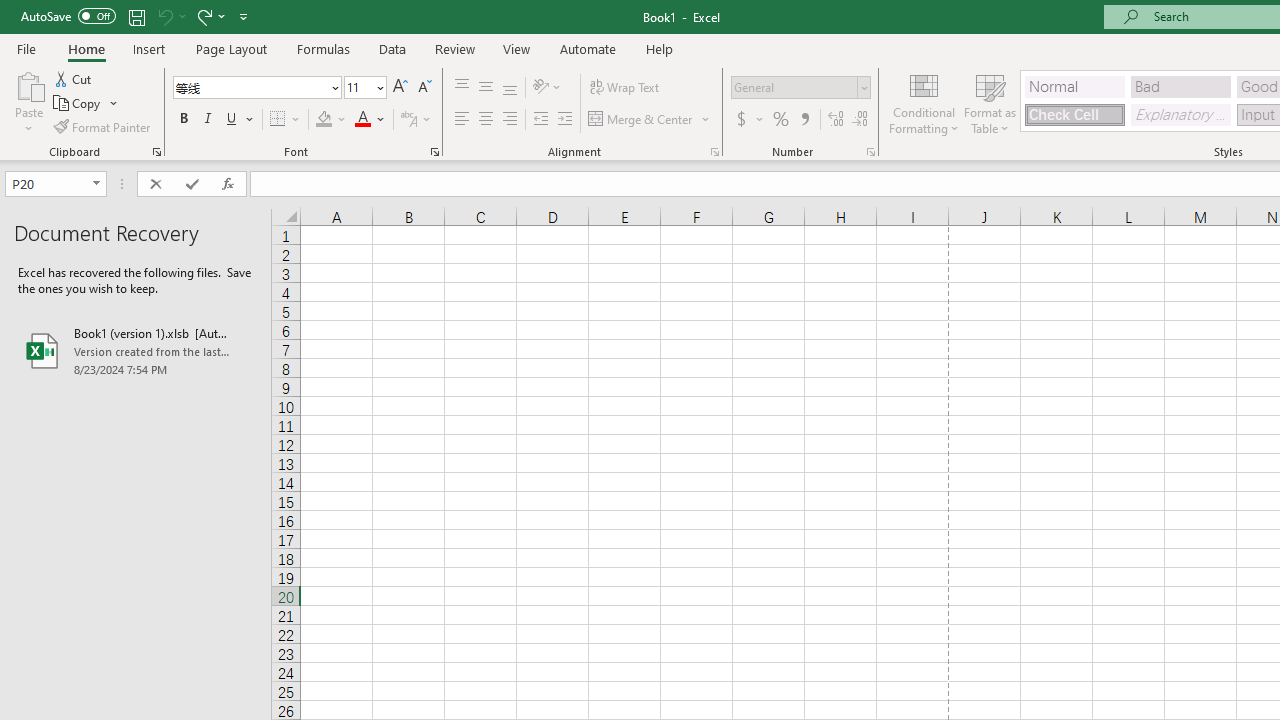  Describe the element at coordinates (285, 119) in the screenshot. I see `'Borders'` at that location.